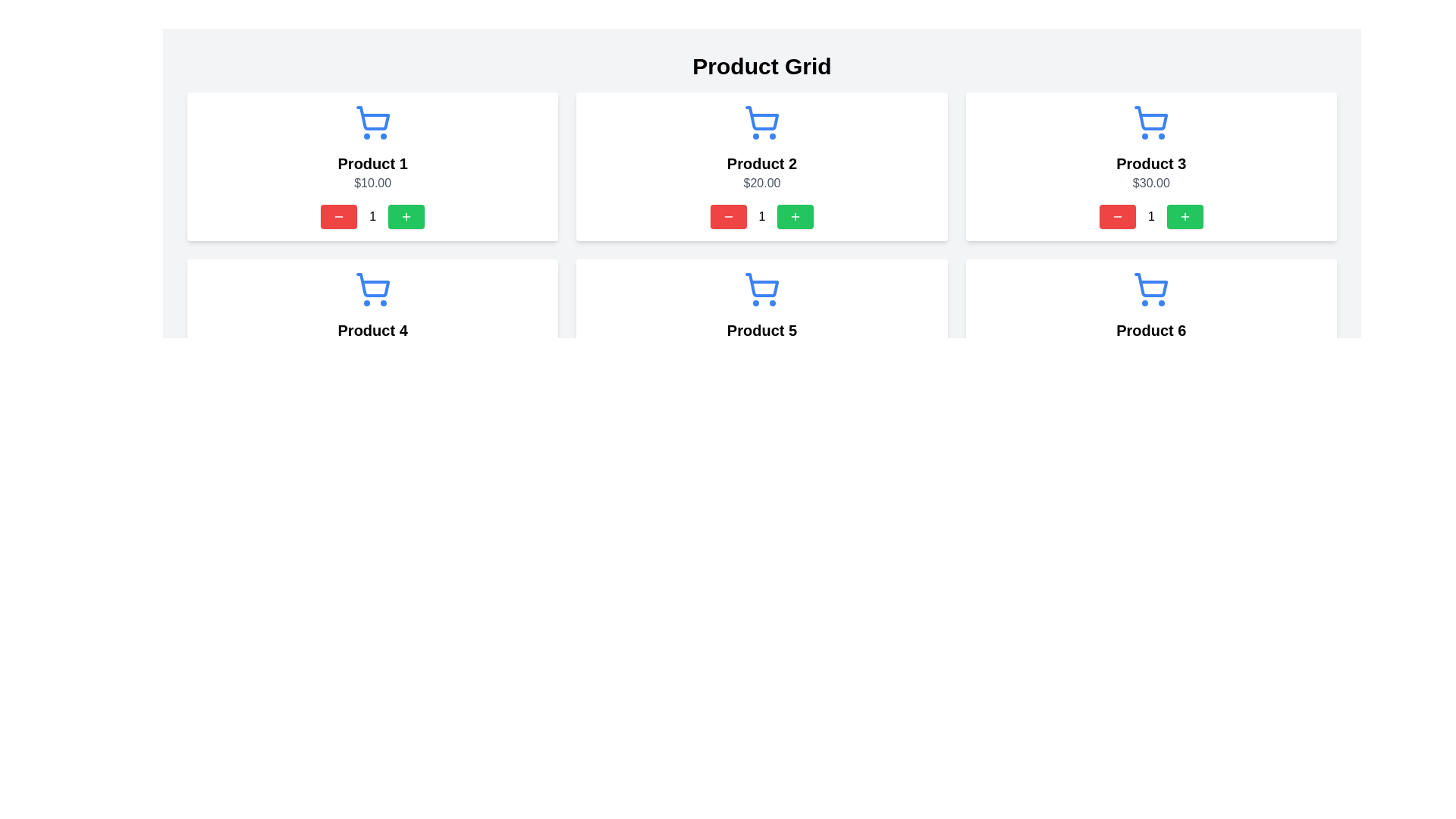 The height and width of the screenshot is (819, 1456). Describe the element at coordinates (372, 289) in the screenshot. I see `the blue shopping cart icon above the text 'Product 4' in the second row and first column of the product grid` at that location.